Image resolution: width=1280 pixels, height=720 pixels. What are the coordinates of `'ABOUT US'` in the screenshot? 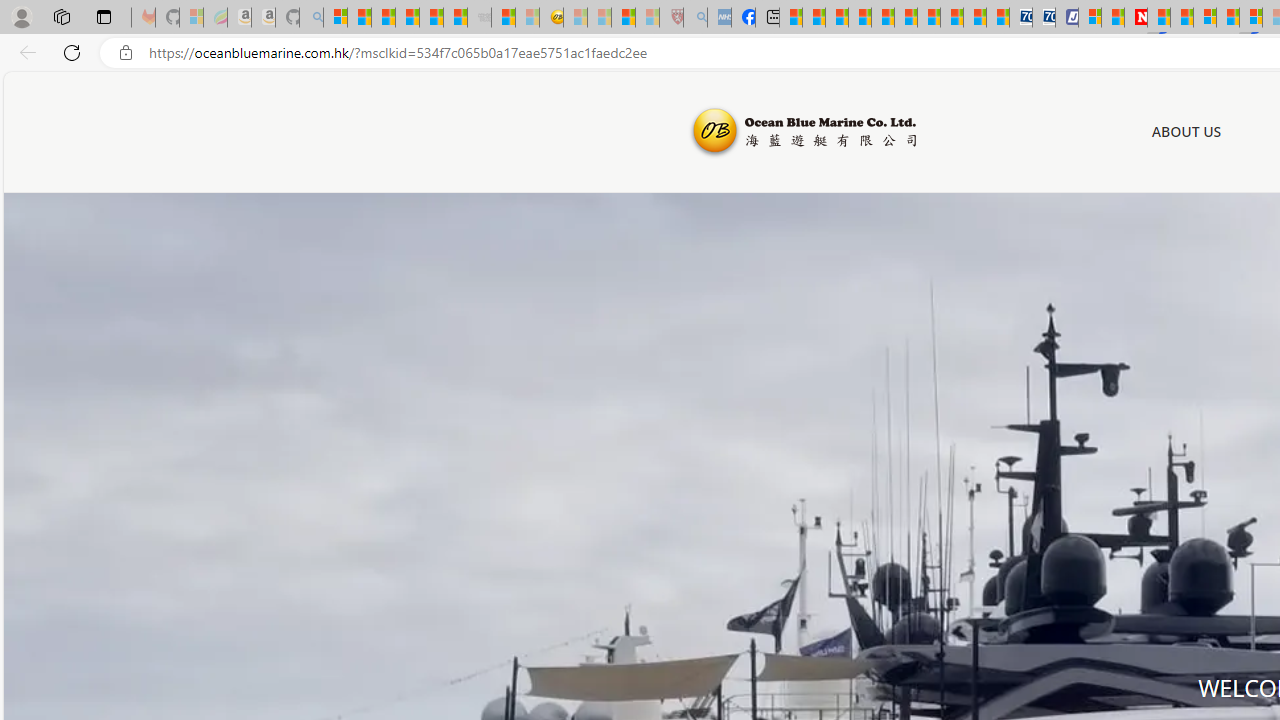 It's located at (1186, 131).